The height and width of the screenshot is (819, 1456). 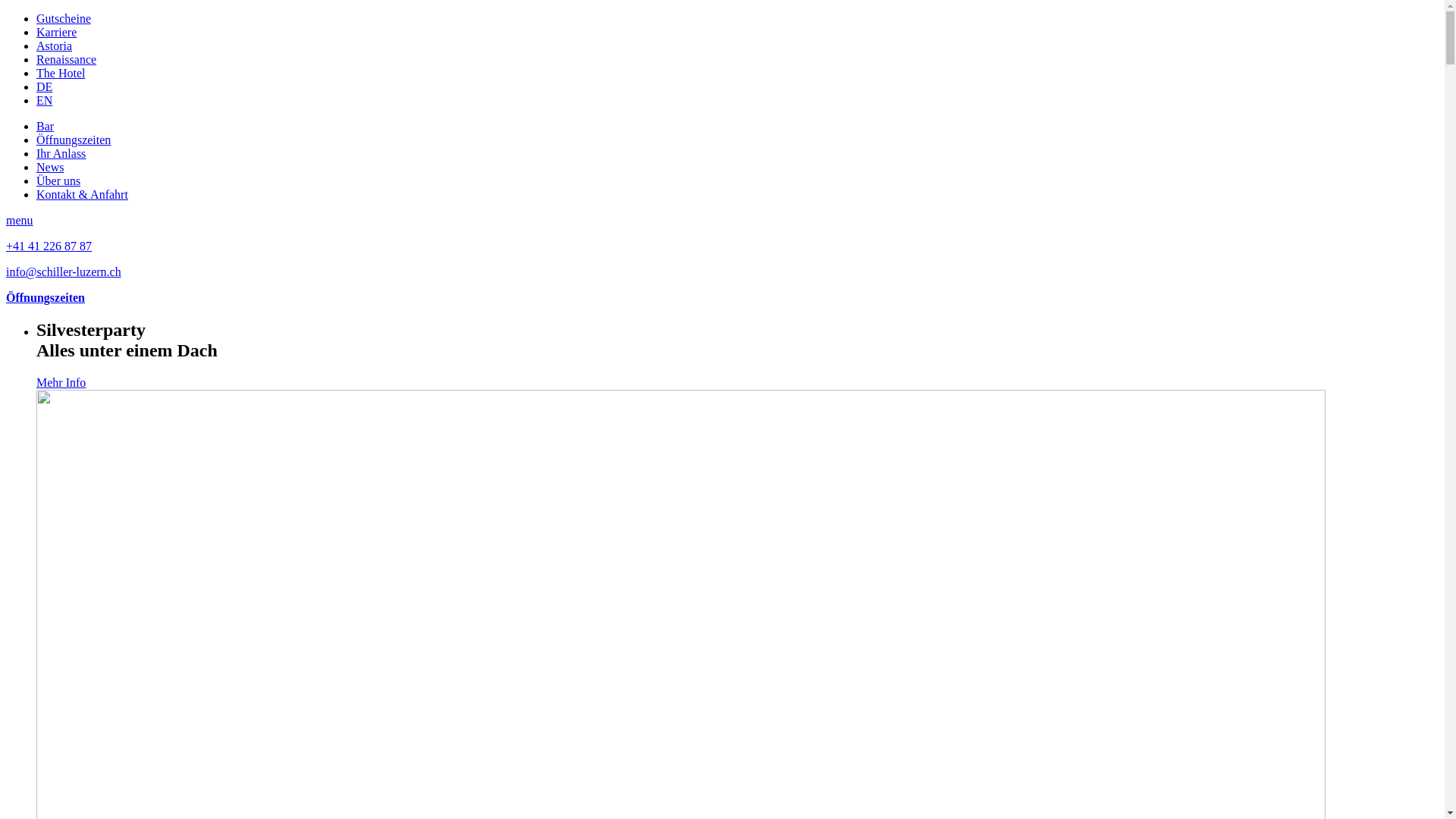 What do you see at coordinates (61, 73) in the screenshot?
I see `'The Hotel'` at bounding box center [61, 73].